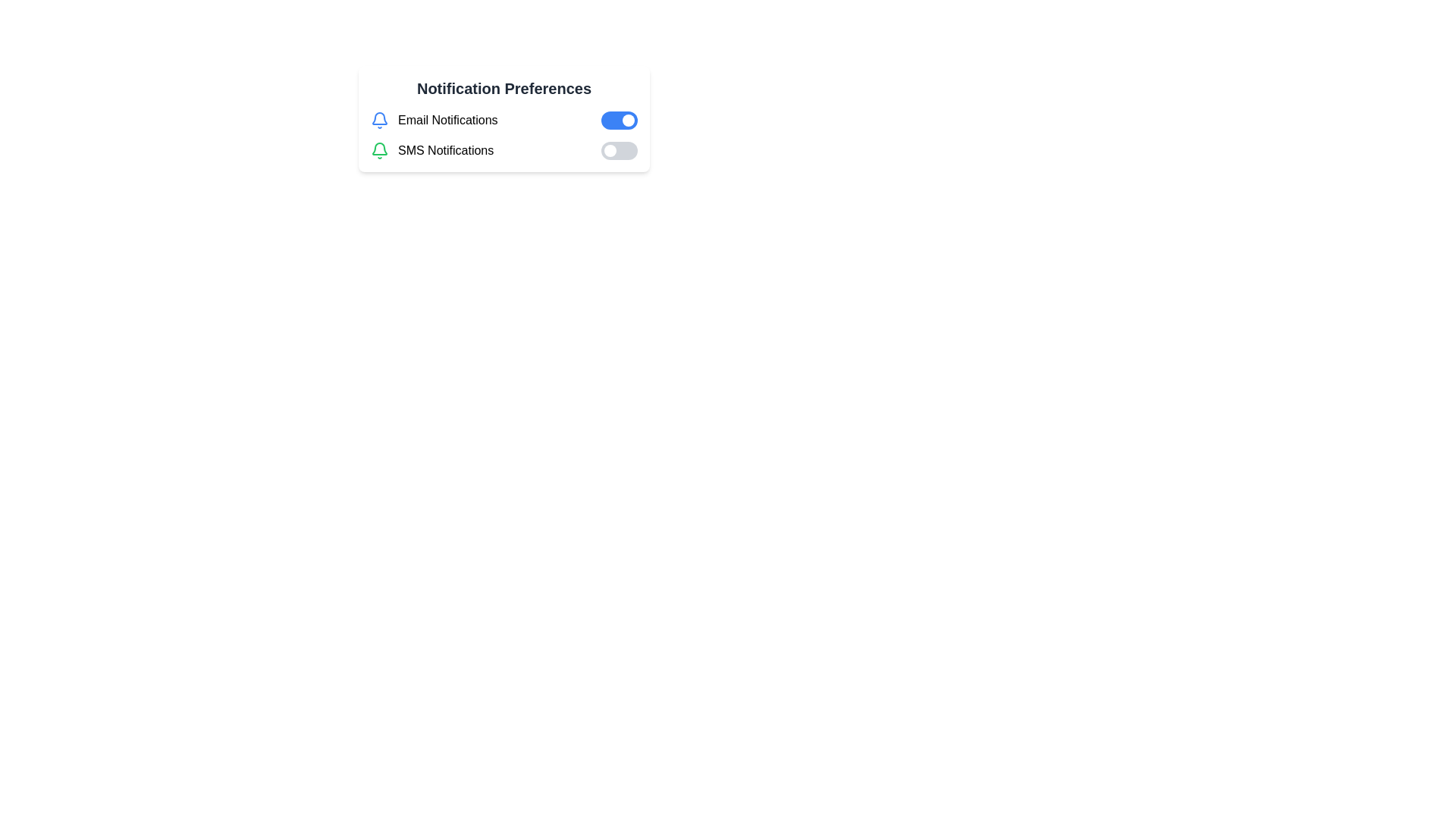  I want to click on the 'Email Notifications' icon represented by a bell symbol, so click(379, 119).